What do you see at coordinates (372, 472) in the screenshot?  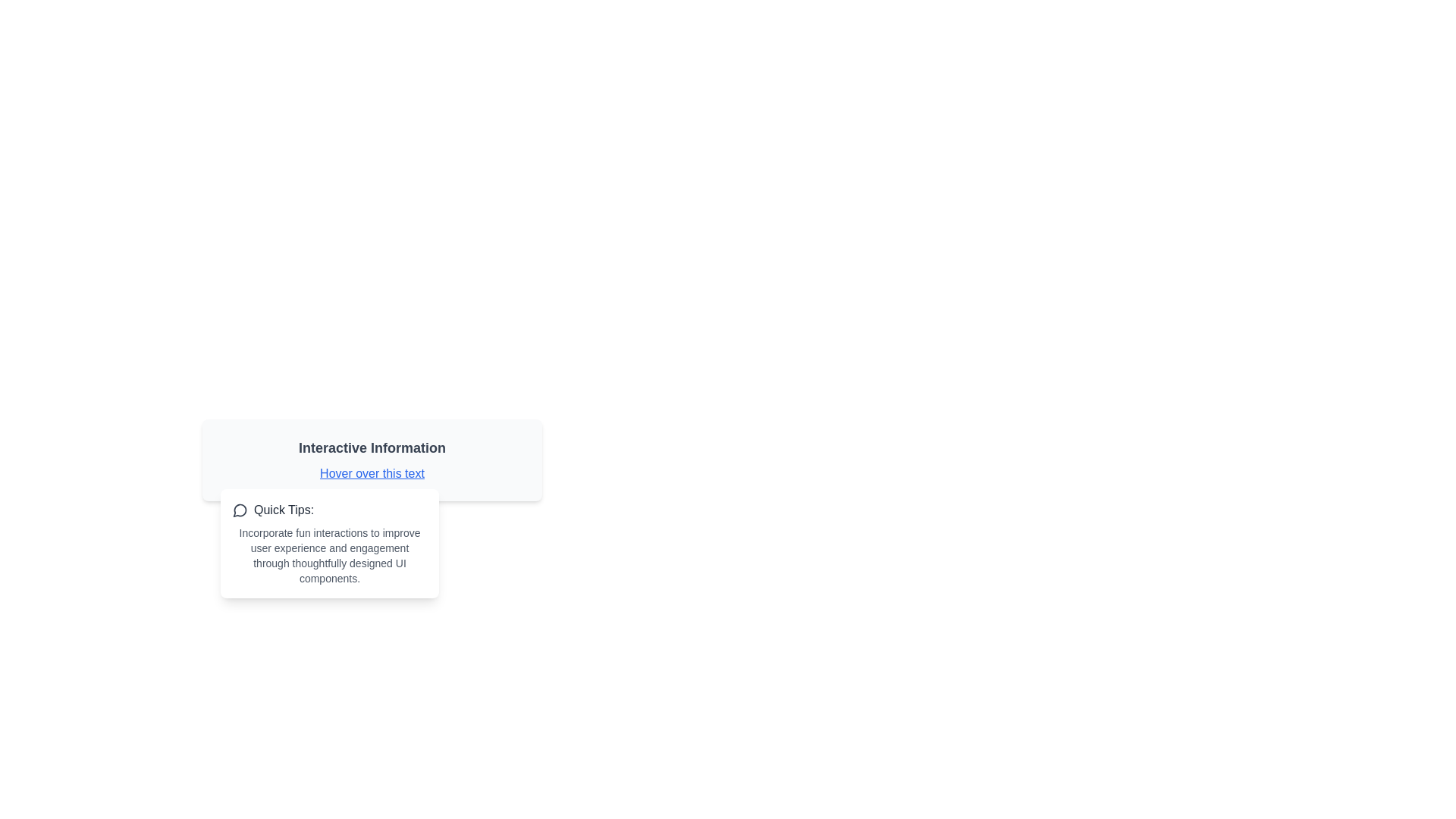 I see `the blue, underlined text link that says 'Hover over this text', which is located below the header 'Interactive Information' and above the tips box, if it is clickable` at bounding box center [372, 472].